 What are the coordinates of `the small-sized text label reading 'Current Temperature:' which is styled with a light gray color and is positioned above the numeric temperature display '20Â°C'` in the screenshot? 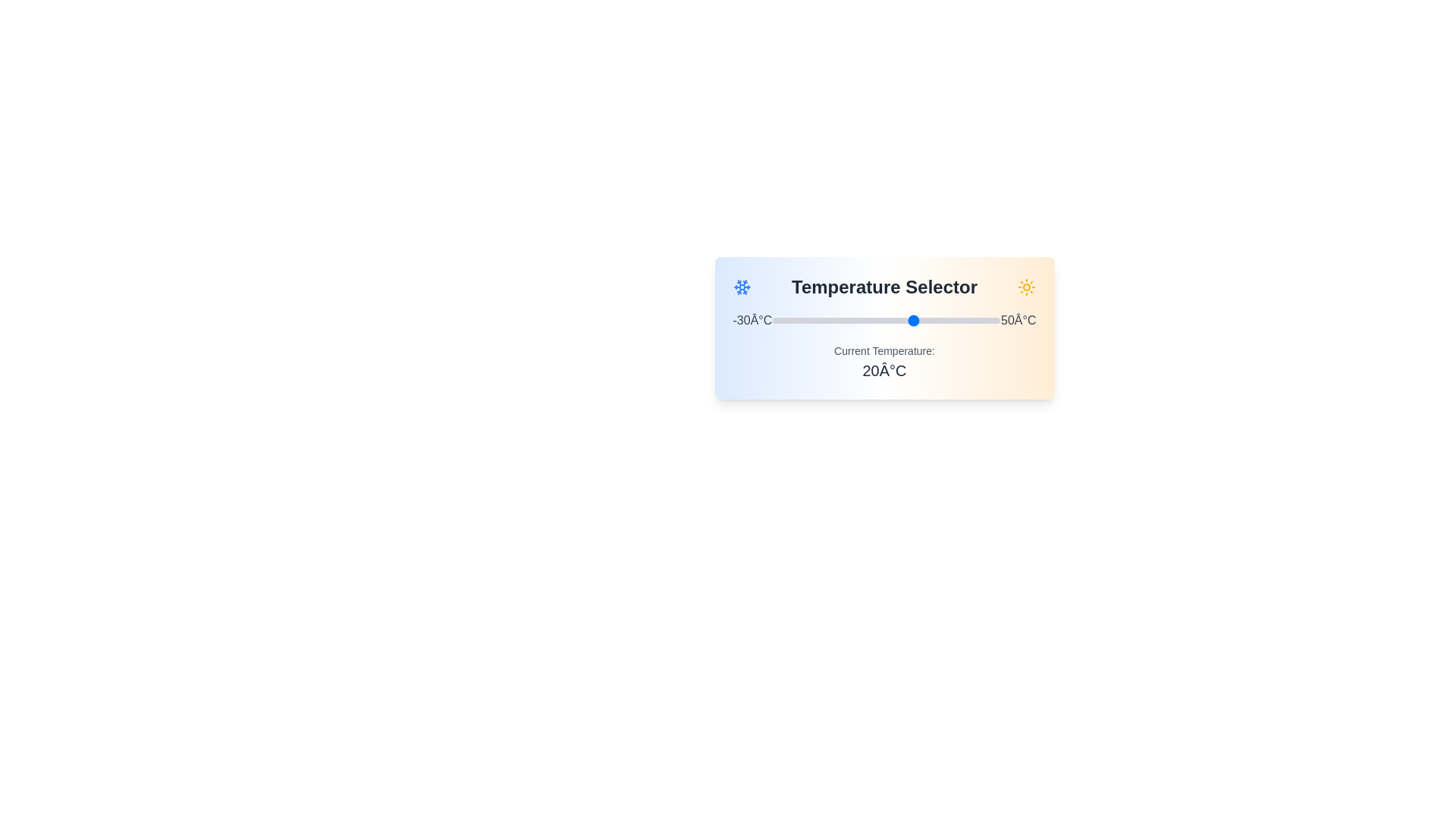 It's located at (884, 350).